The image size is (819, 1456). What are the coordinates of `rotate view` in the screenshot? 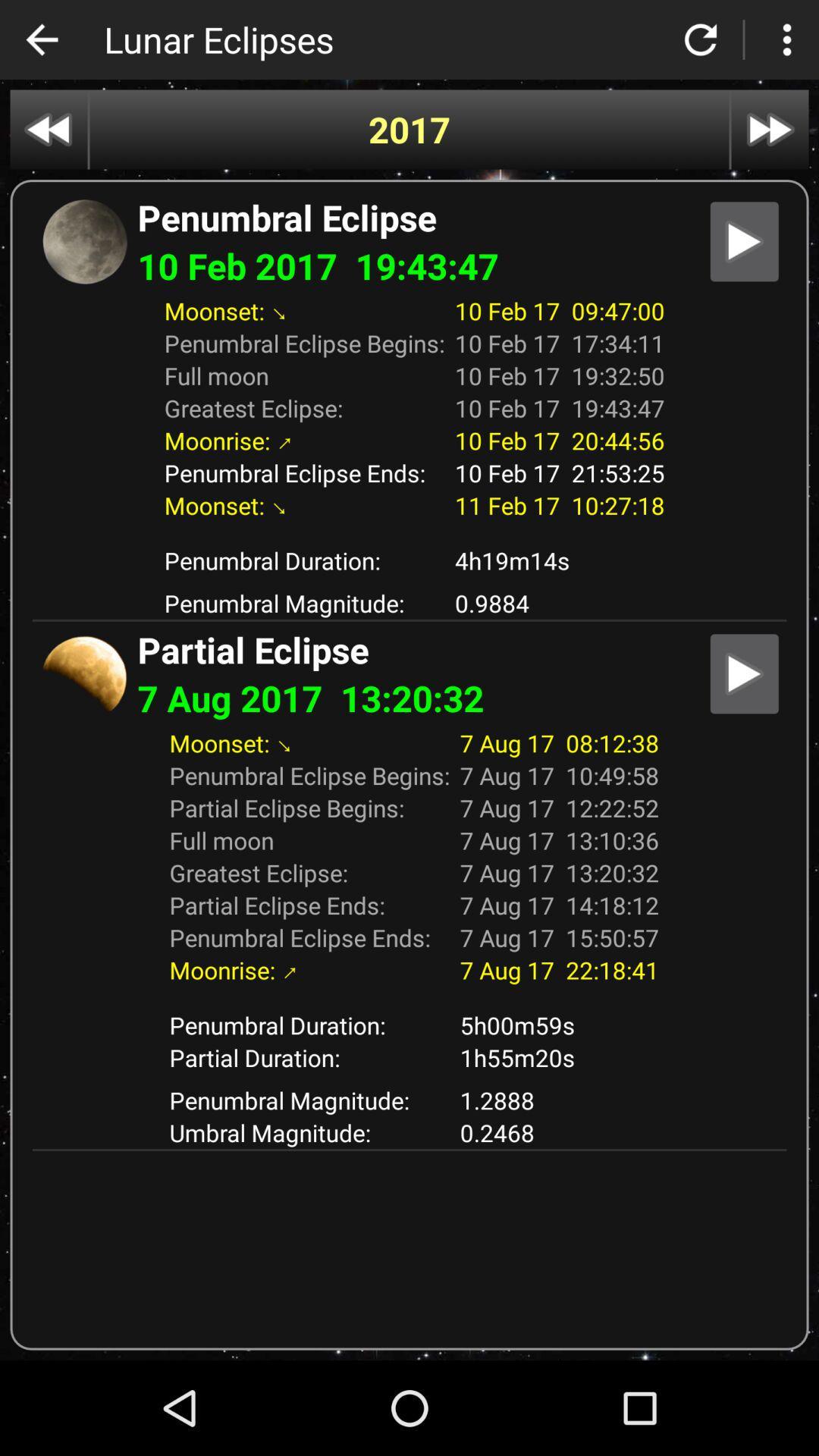 It's located at (701, 39).